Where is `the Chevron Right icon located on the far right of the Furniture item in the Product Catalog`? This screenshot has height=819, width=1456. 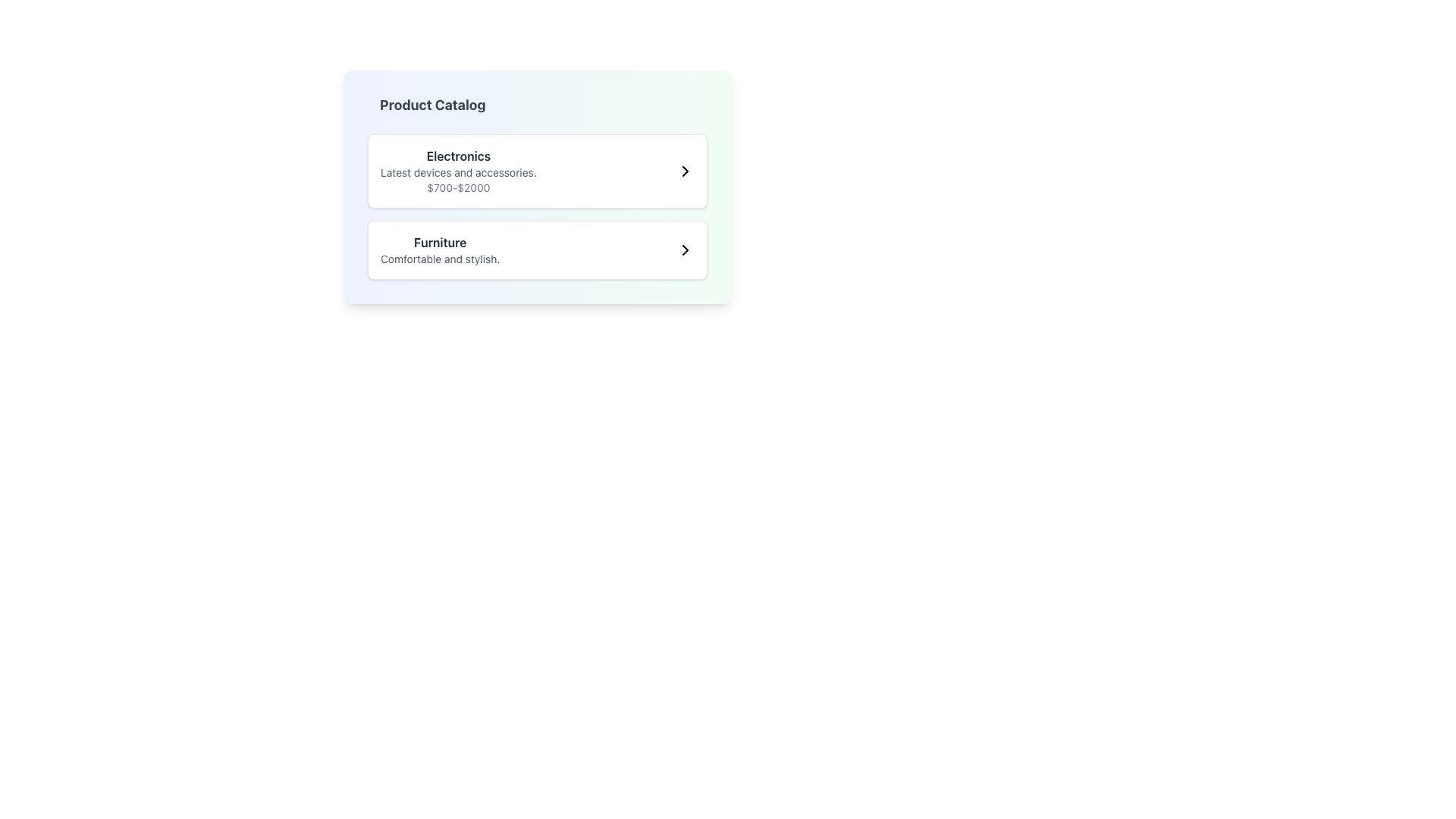
the Chevron Right icon located on the far right of the Furniture item in the Product Catalog is located at coordinates (684, 249).